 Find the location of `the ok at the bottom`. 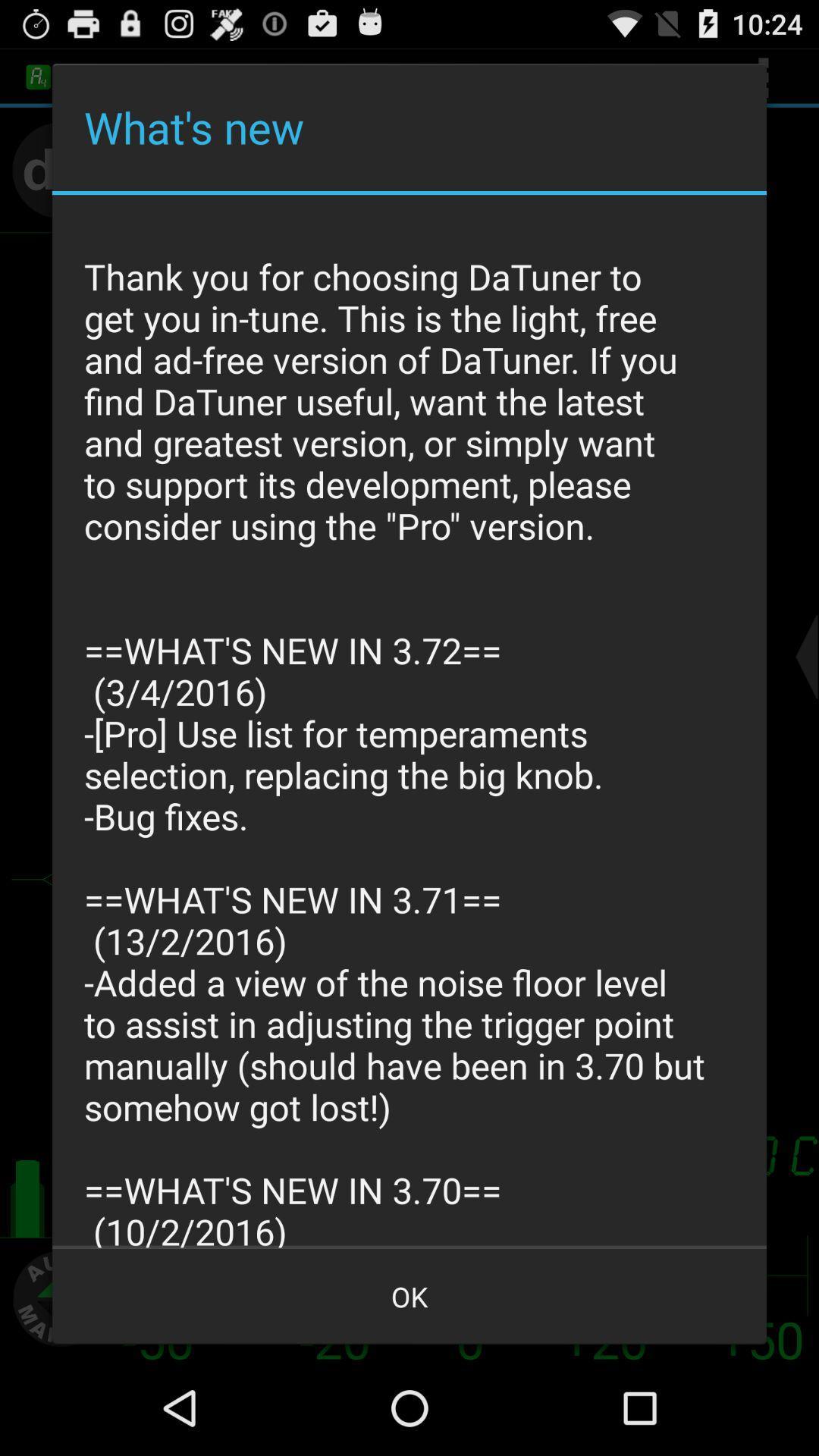

the ok at the bottom is located at coordinates (409, 1295).